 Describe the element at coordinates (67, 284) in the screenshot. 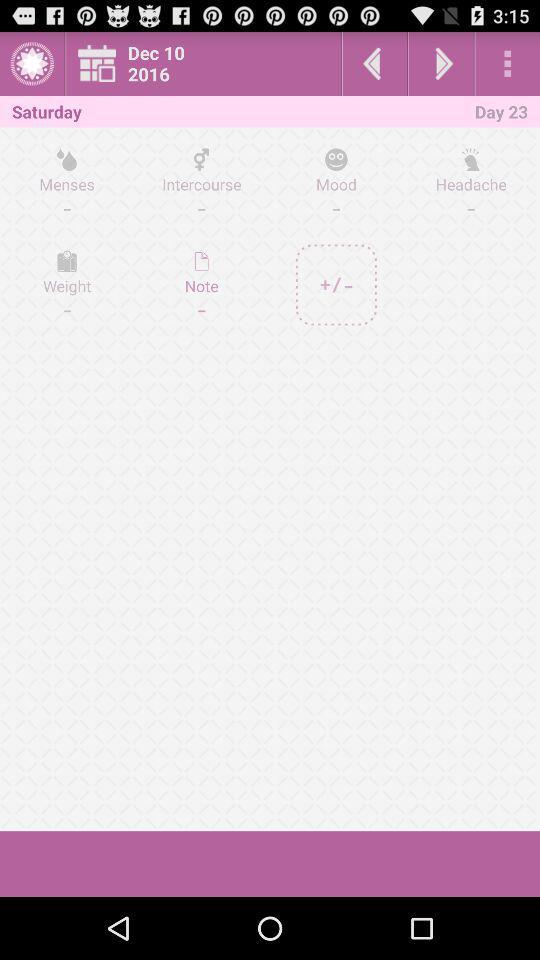

I see `the weight` at that location.